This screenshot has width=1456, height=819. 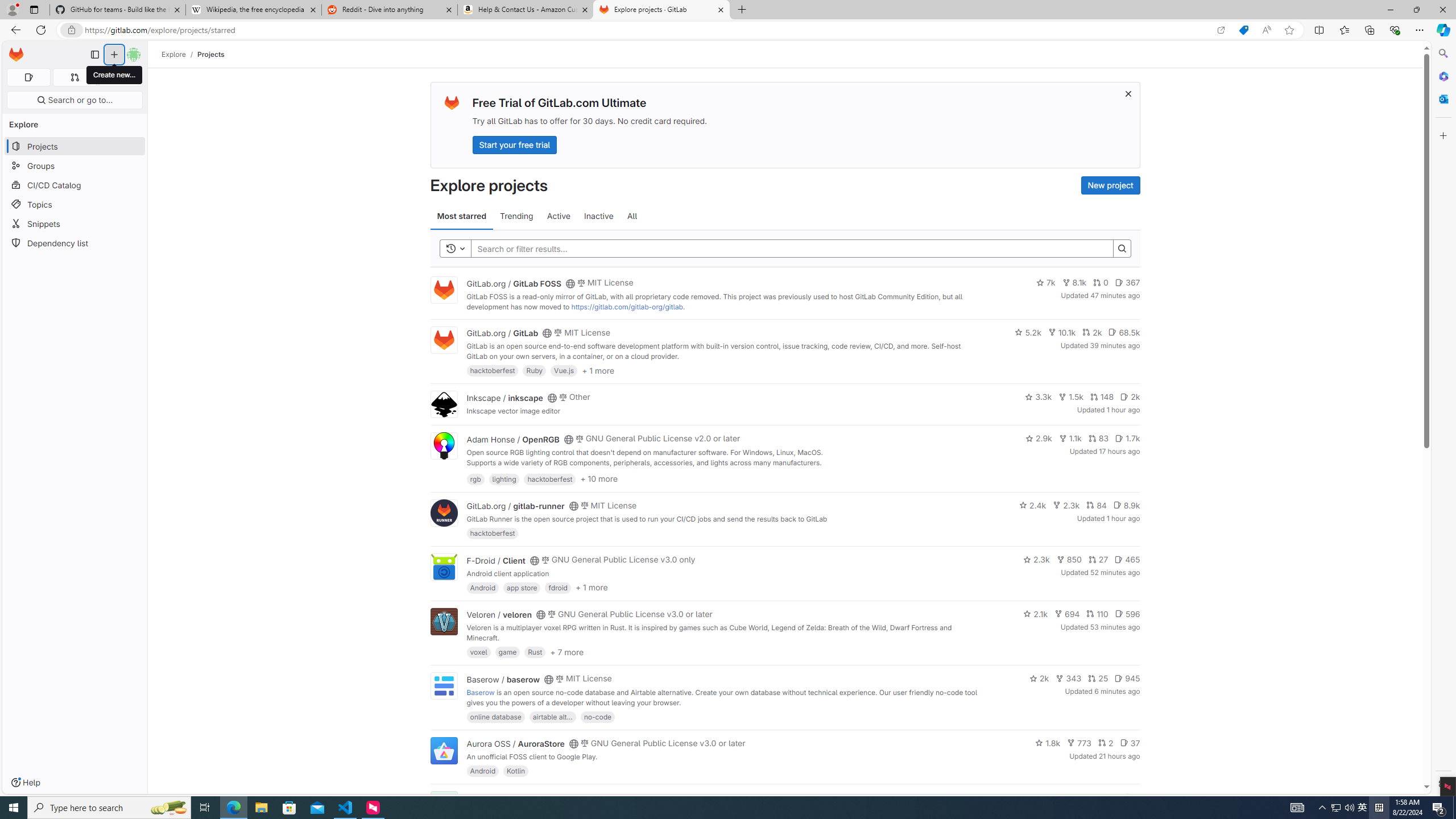 What do you see at coordinates (1039, 678) in the screenshot?
I see `'2k'` at bounding box center [1039, 678].